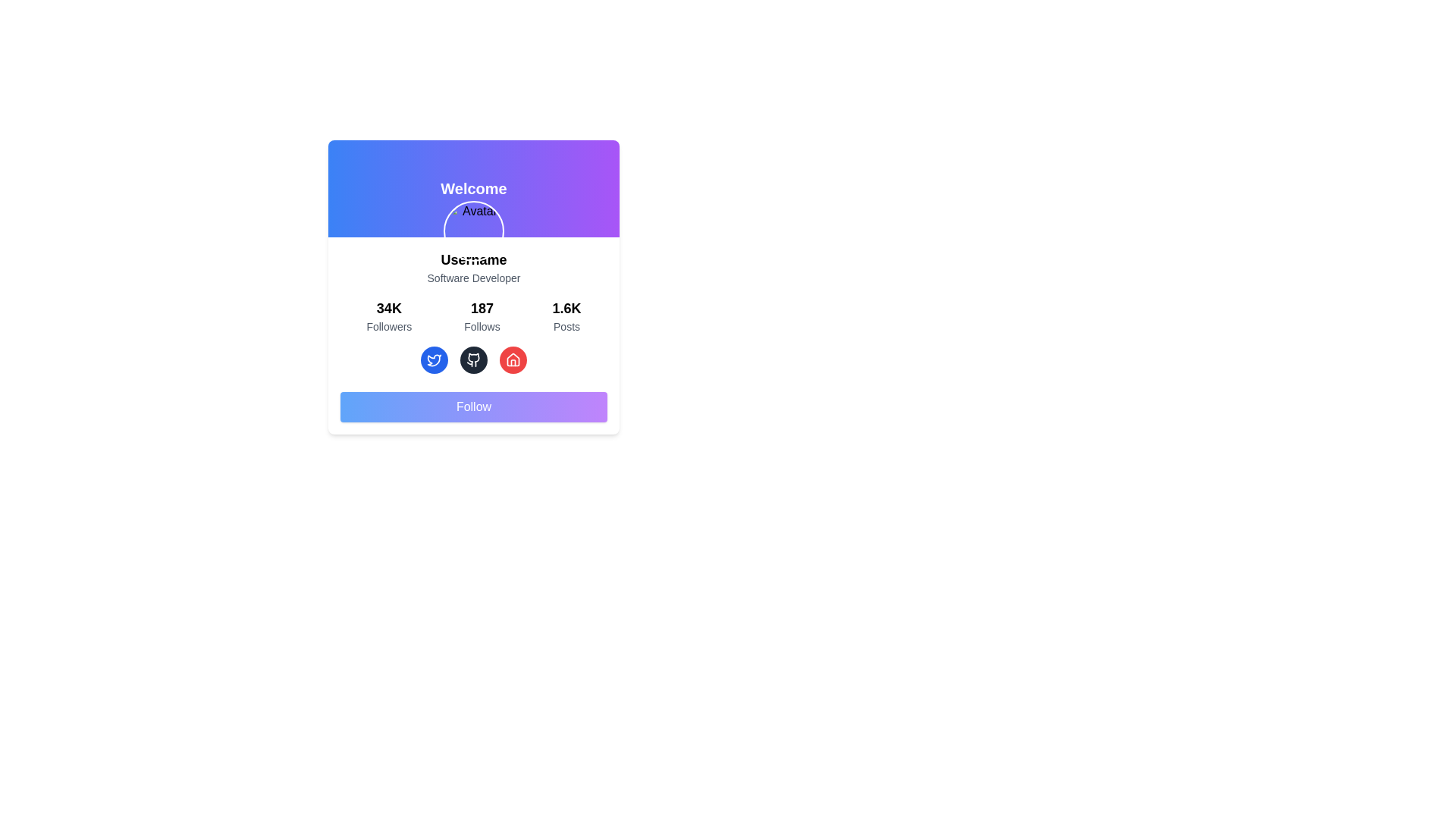 This screenshot has height=819, width=1456. What do you see at coordinates (566, 308) in the screenshot?
I see `the text element that displays the count of posts associated with the profile, located in the bottom-right portion of the profile card view, before the 'Posts' label` at bounding box center [566, 308].